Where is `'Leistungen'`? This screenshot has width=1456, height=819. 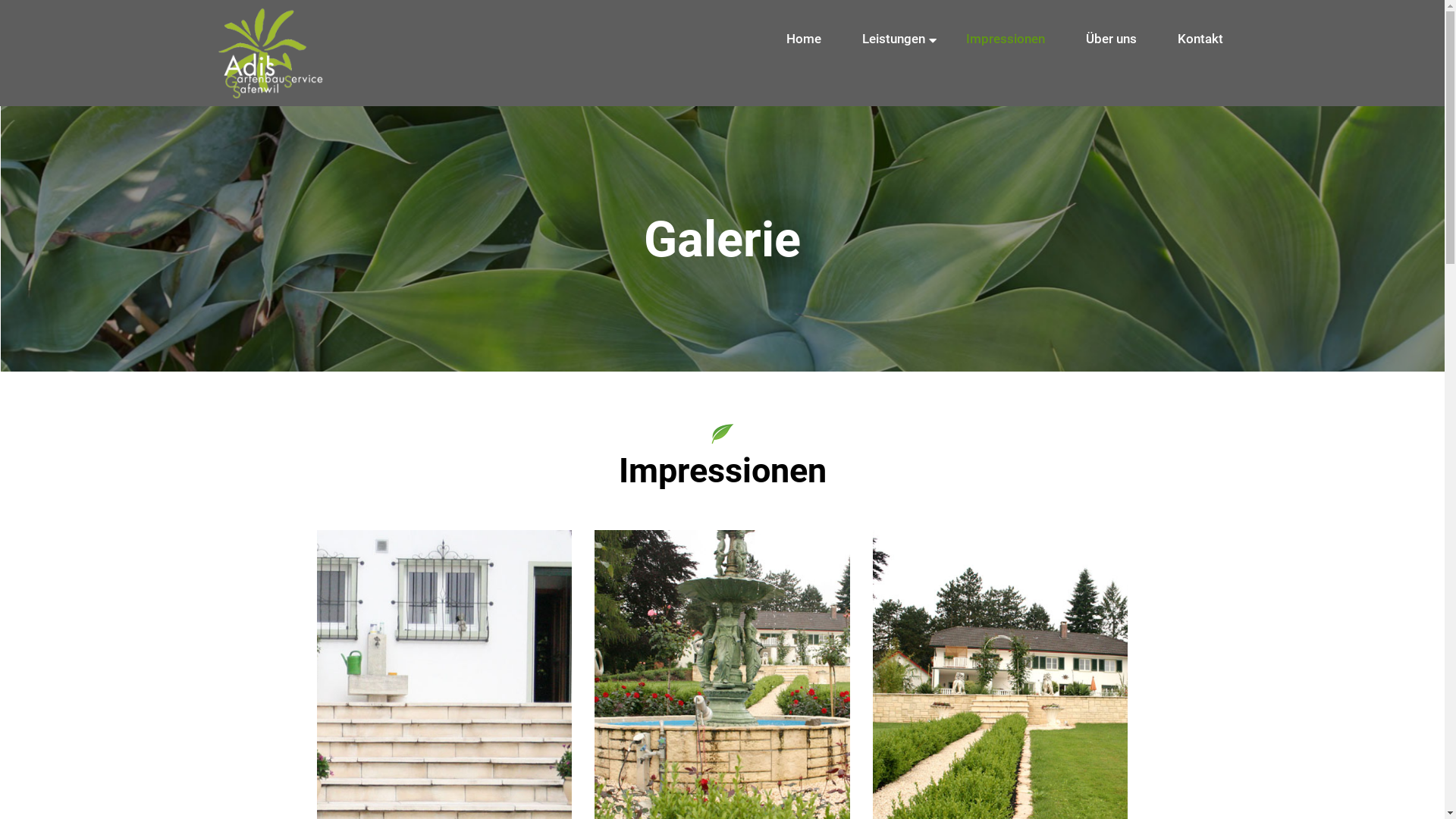 'Leistungen' is located at coordinates (893, 38).